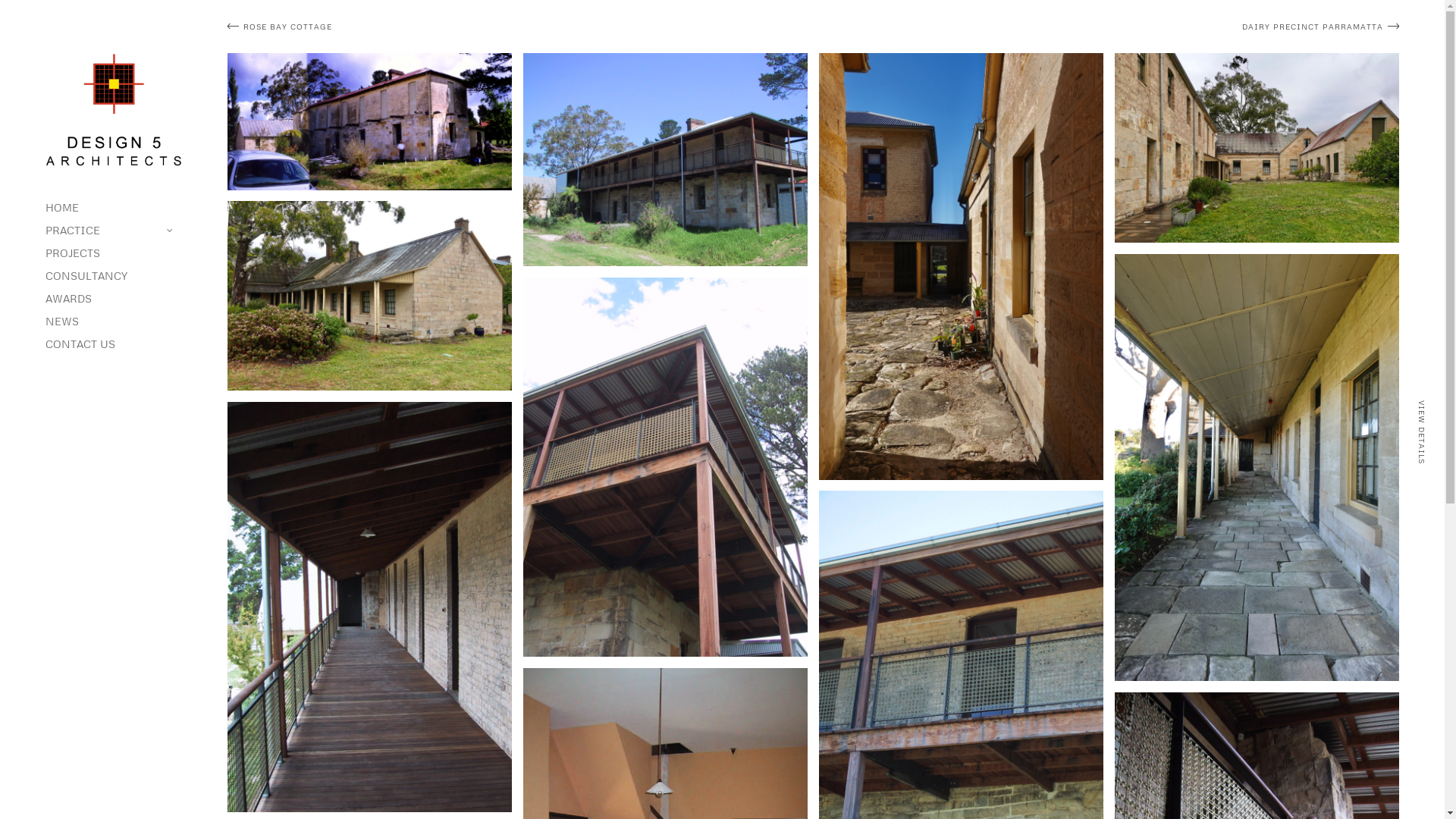 This screenshot has width=1456, height=819. What do you see at coordinates (1109, 27) in the screenshot?
I see `'DAIRY PRECINCT PARRAMATTA'` at bounding box center [1109, 27].